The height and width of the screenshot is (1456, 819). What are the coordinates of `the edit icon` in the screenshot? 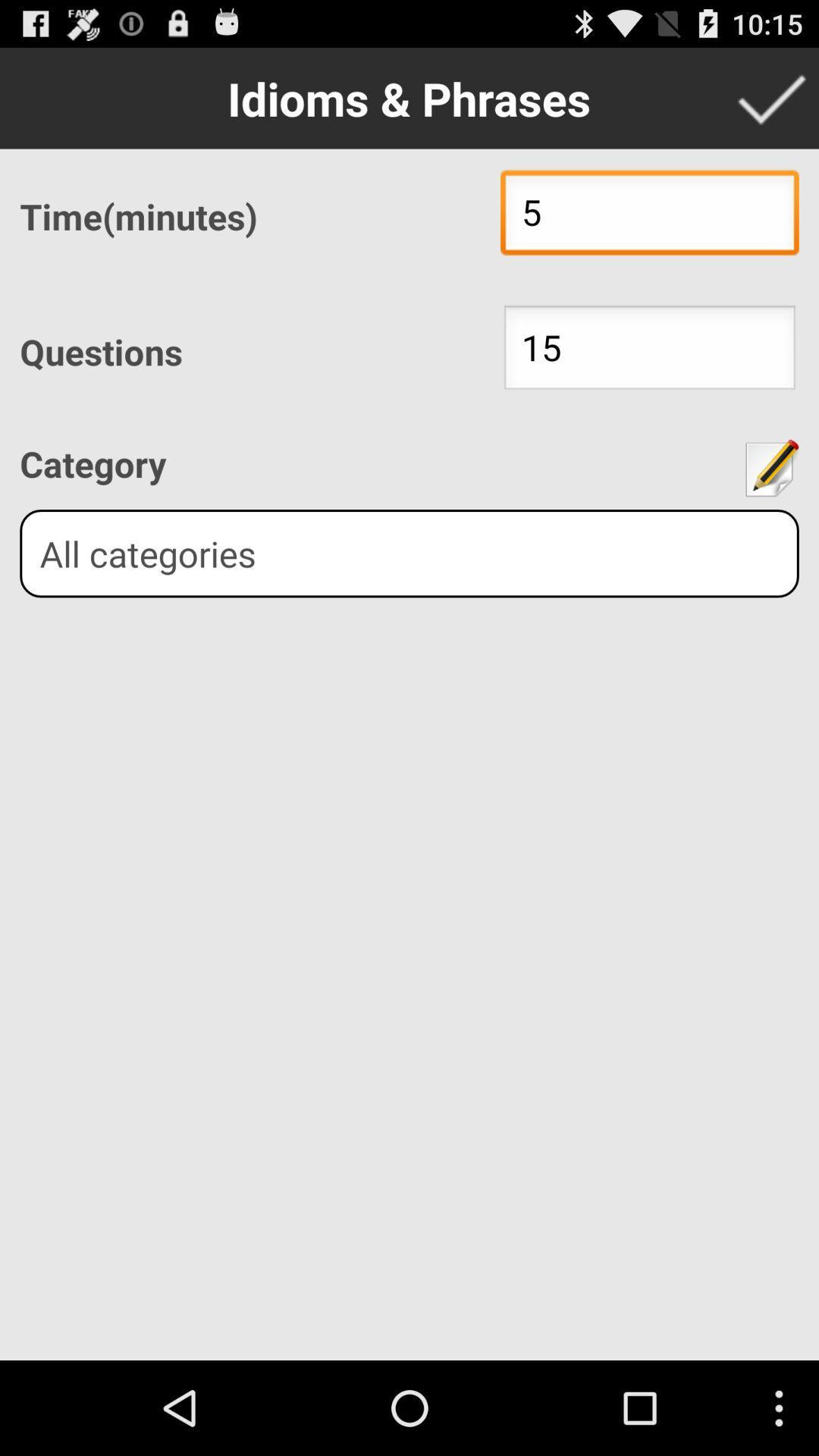 It's located at (769, 502).